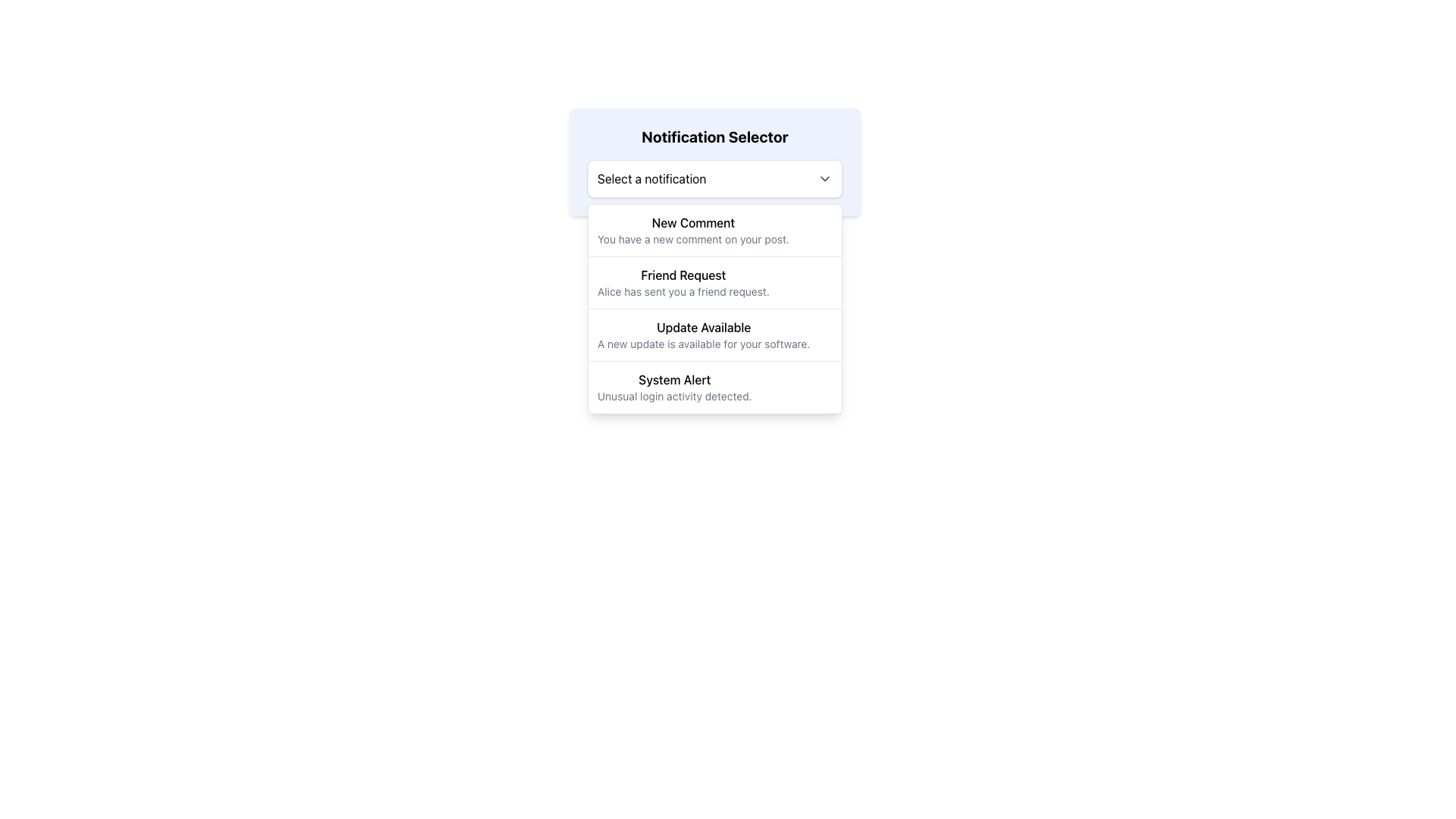 The image size is (1456, 819). I want to click on text label that serves as the notification title within the 'Select a notification' dropdown menu of the 'Notification Selector' module, so click(692, 222).